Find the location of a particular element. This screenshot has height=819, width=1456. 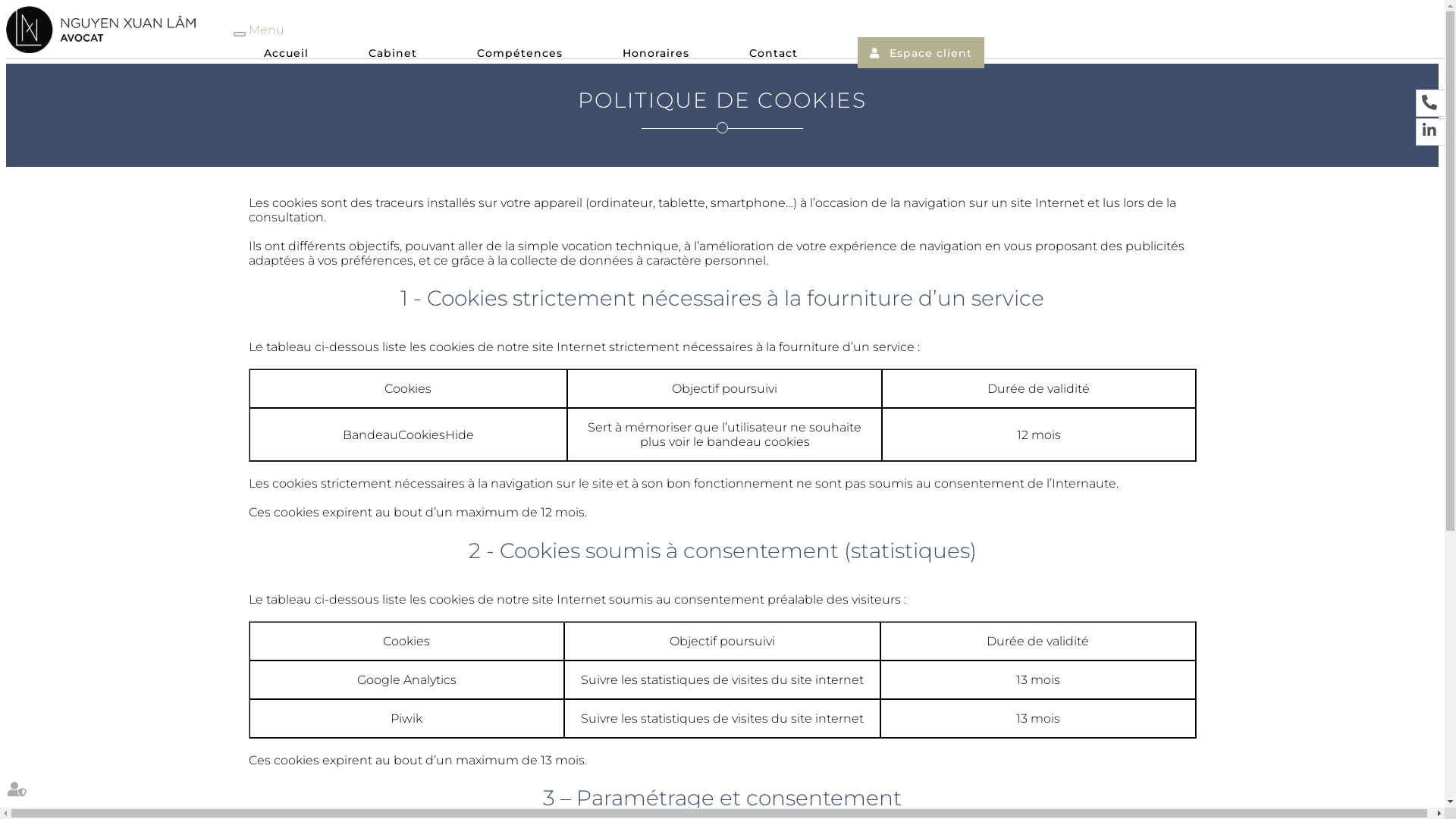

'Ouvrir le menu' is located at coordinates (239, 34).